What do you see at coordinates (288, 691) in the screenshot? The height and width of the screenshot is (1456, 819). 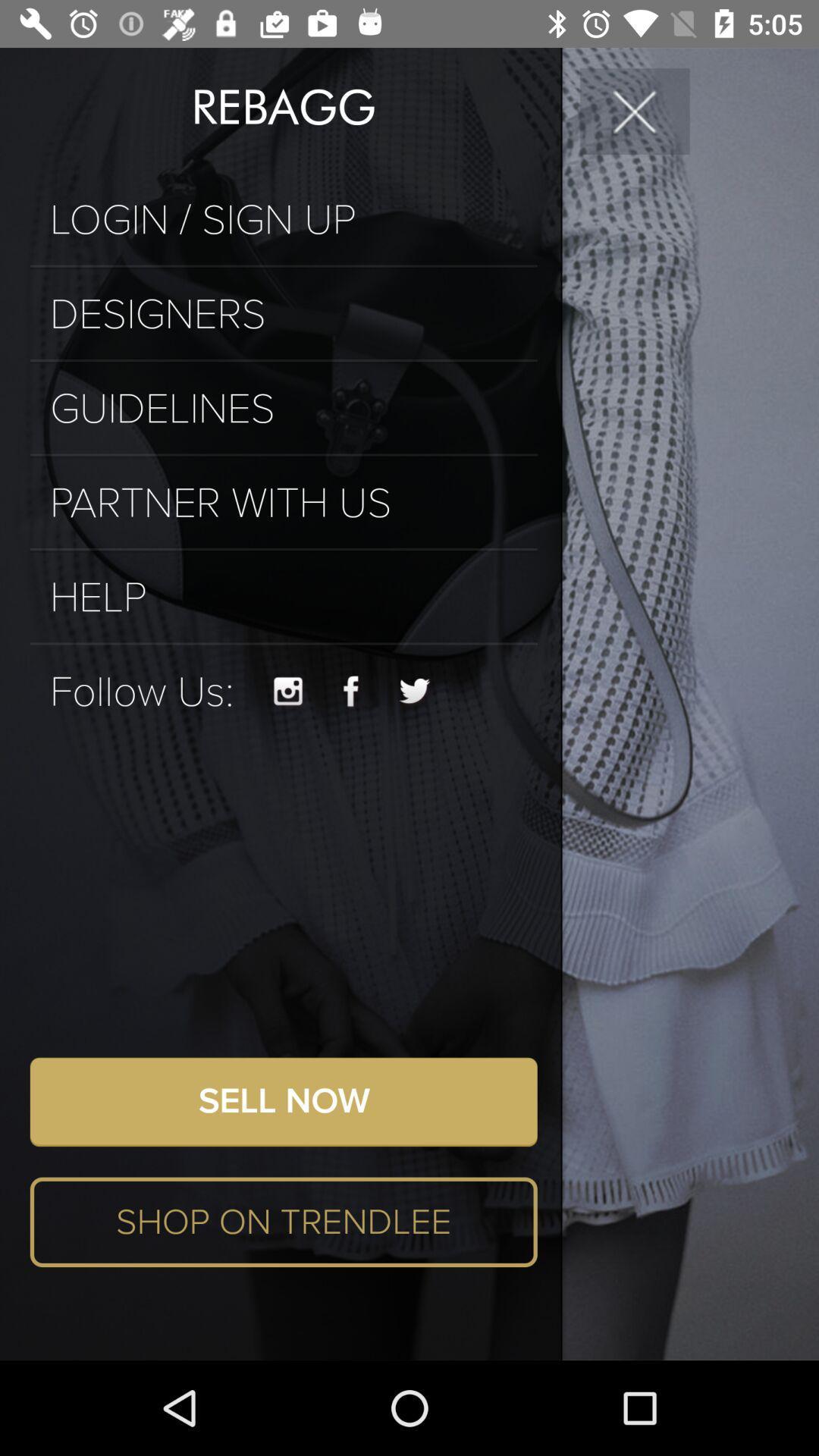 I see `the item next to follow us:` at bounding box center [288, 691].